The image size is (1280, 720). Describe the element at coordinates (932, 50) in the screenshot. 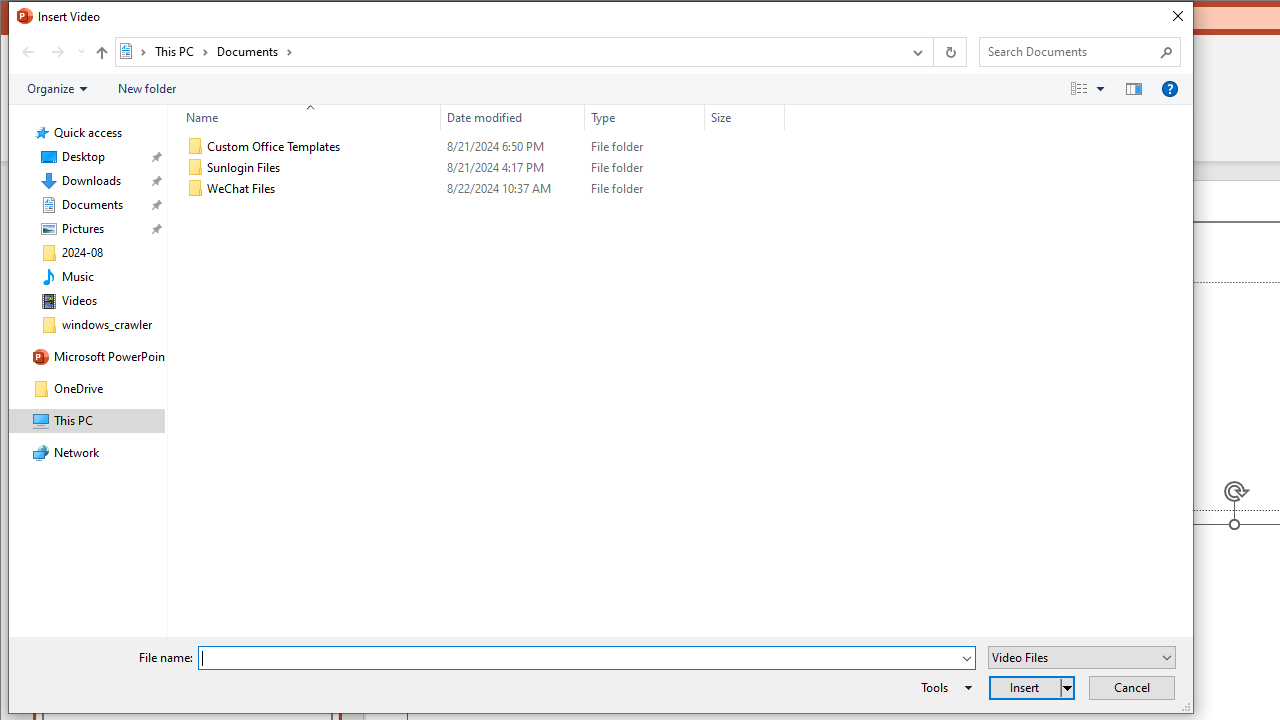

I see `'Address band toolbar'` at that location.